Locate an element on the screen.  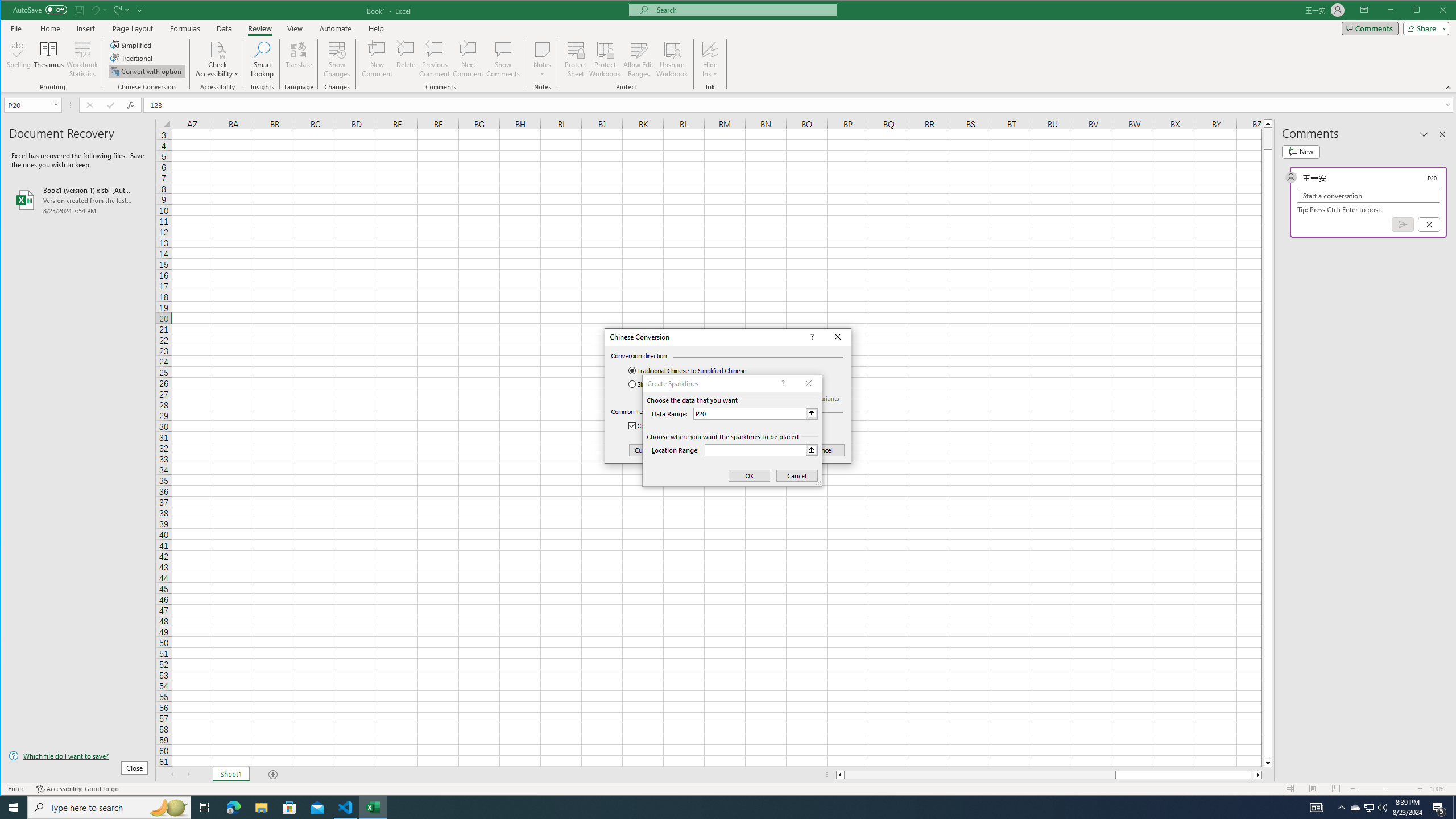
'Custom Dictionary ...' is located at coordinates (664, 450).